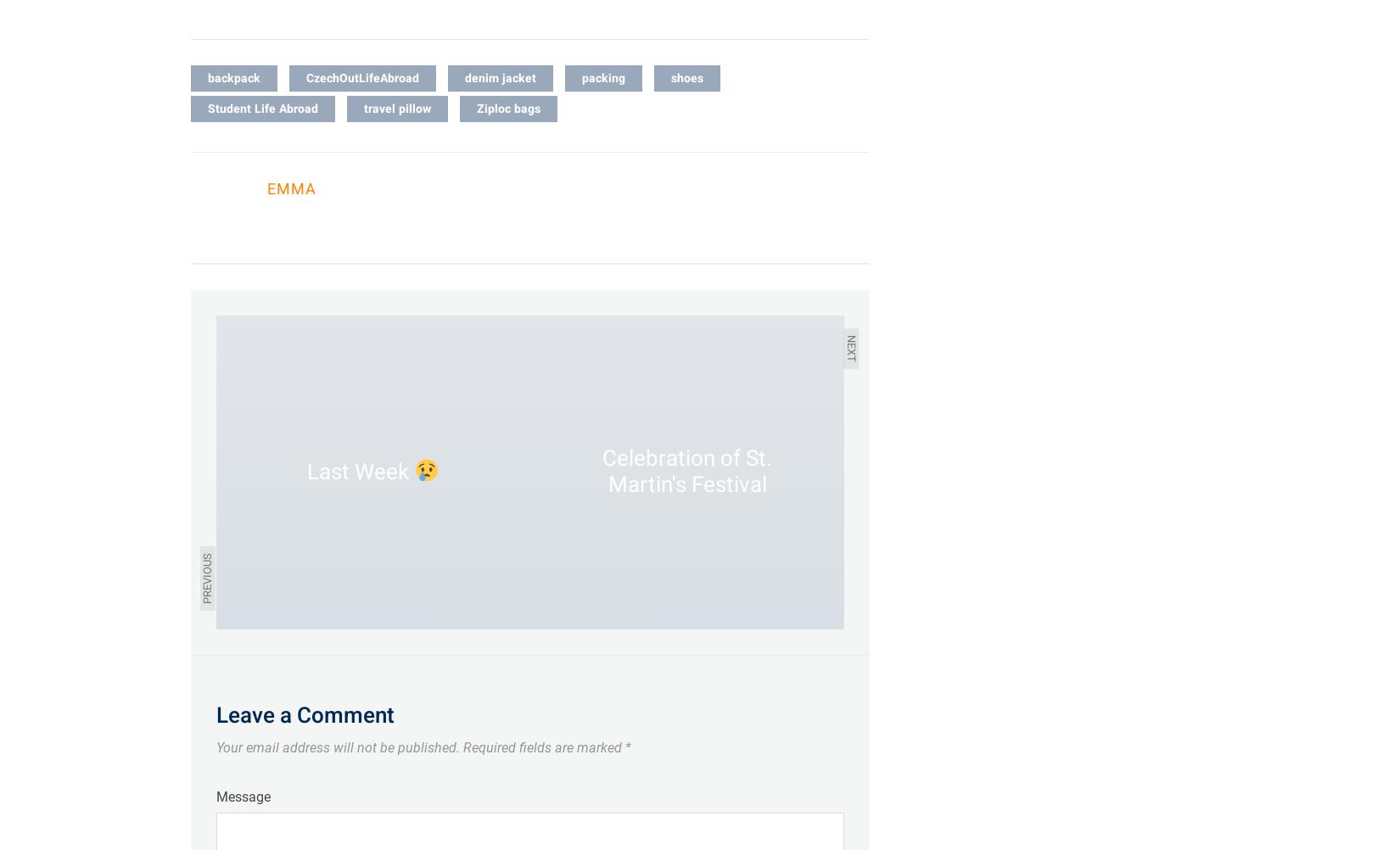 The width and height of the screenshot is (1400, 850). Describe the element at coordinates (602, 76) in the screenshot. I see `'packing'` at that location.